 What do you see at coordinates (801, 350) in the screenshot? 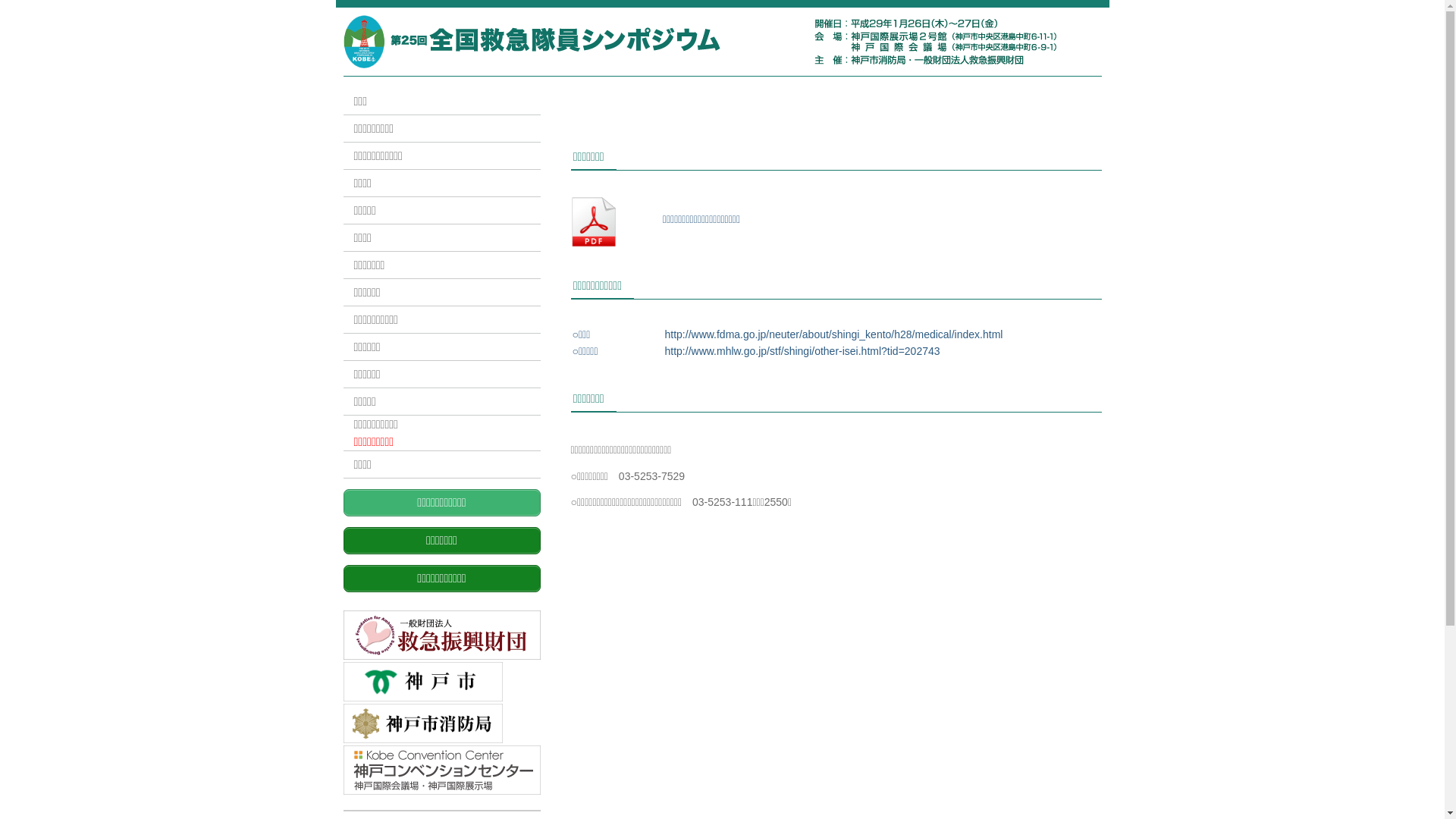
I see `'http://www.mhlw.go.jp/stf/shingi/other-isei.html?tid=202743'` at bounding box center [801, 350].